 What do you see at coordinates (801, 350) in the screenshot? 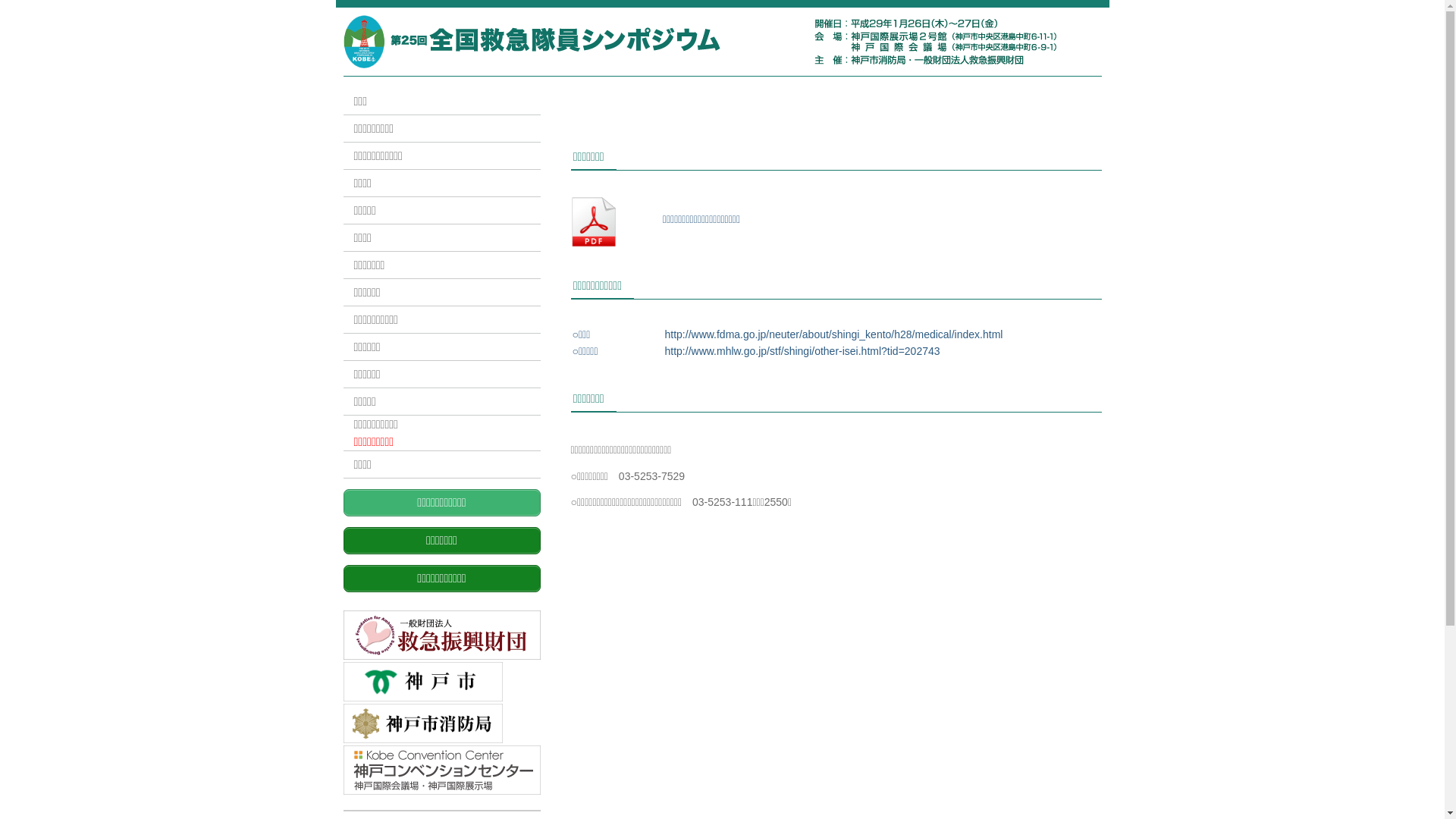
I see `'http://www.mhlw.go.jp/stf/shingi/other-isei.html?tid=202743'` at bounding box center [801, 350].